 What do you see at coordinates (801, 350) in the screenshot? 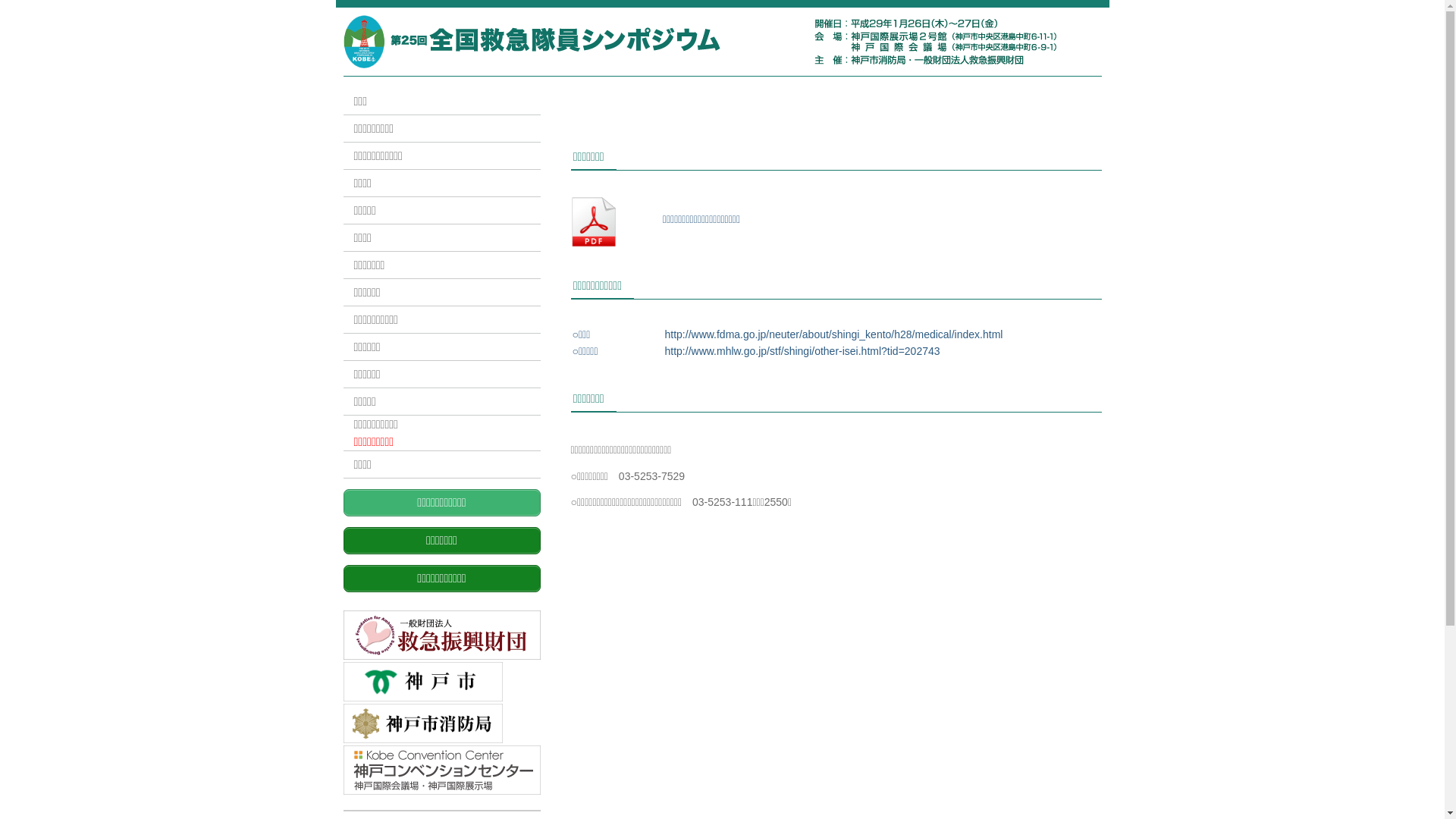
I see `'http://www.mhlw.go.jp/stf/shingi/other-isei.html?tid=202743'` at bounding box center [801, 350].